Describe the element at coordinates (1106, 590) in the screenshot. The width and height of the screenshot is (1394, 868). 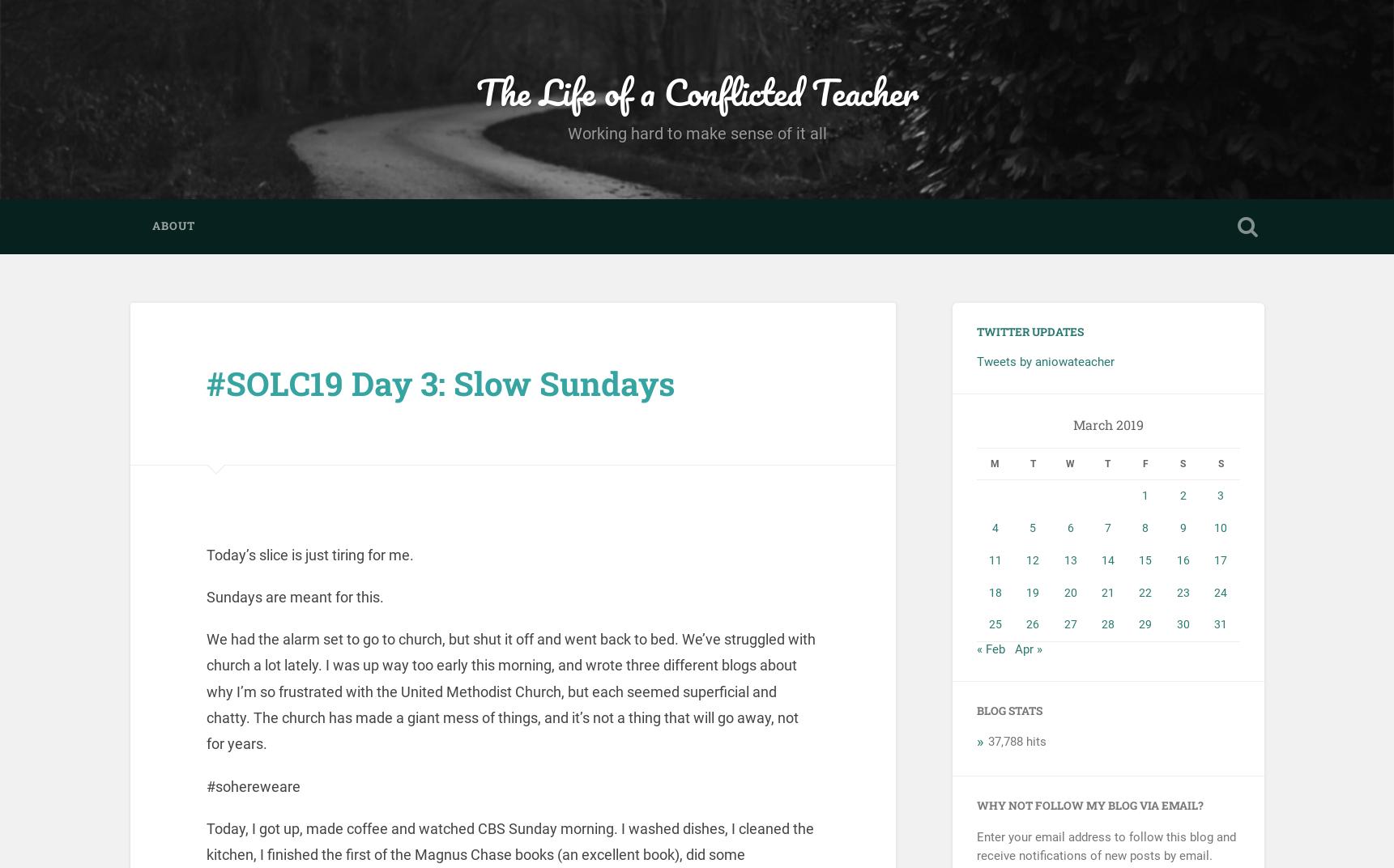
I see `'21'` at that location.